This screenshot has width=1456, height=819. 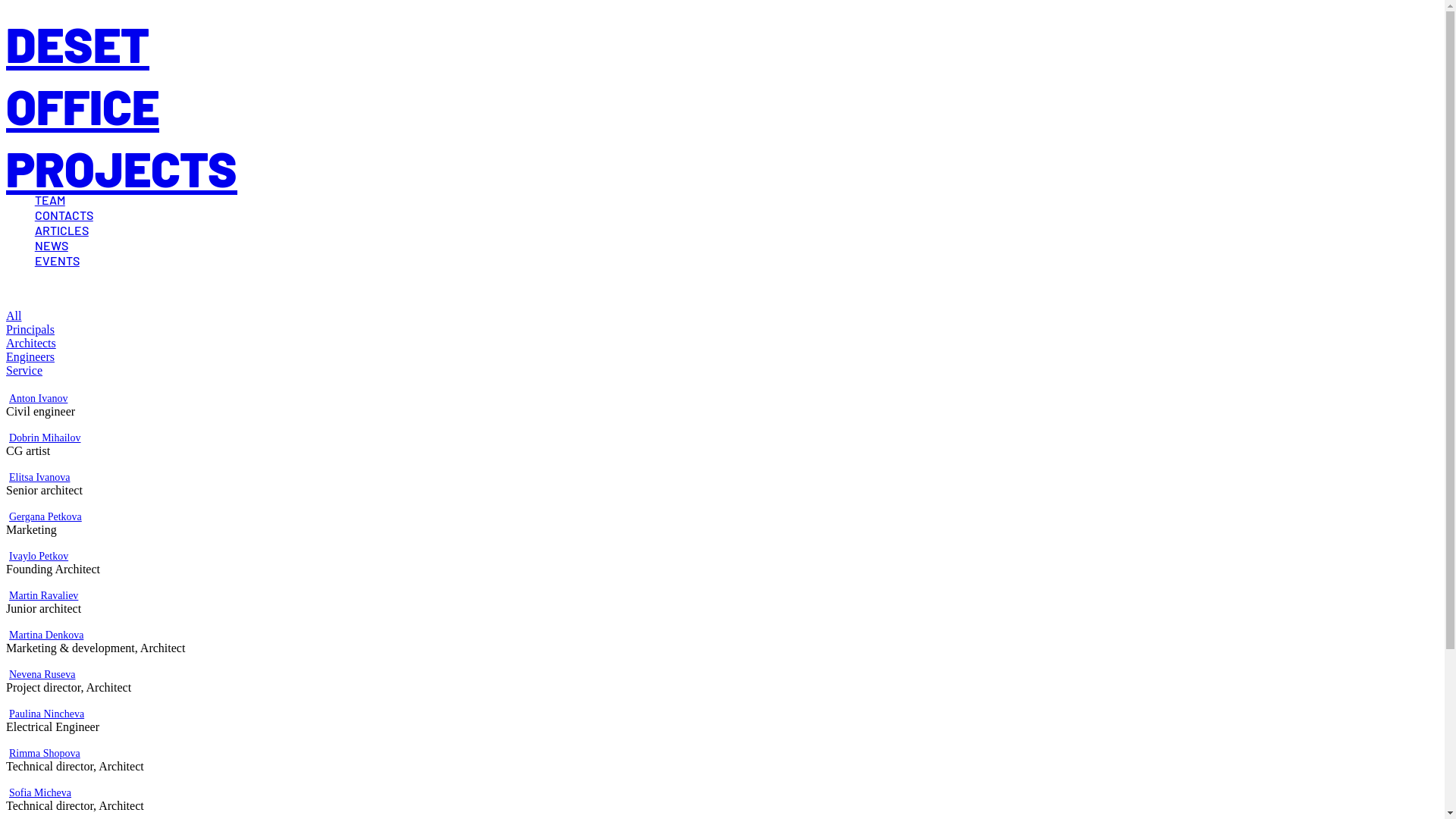 I want to click on 'All', so click(x=14, y=315).